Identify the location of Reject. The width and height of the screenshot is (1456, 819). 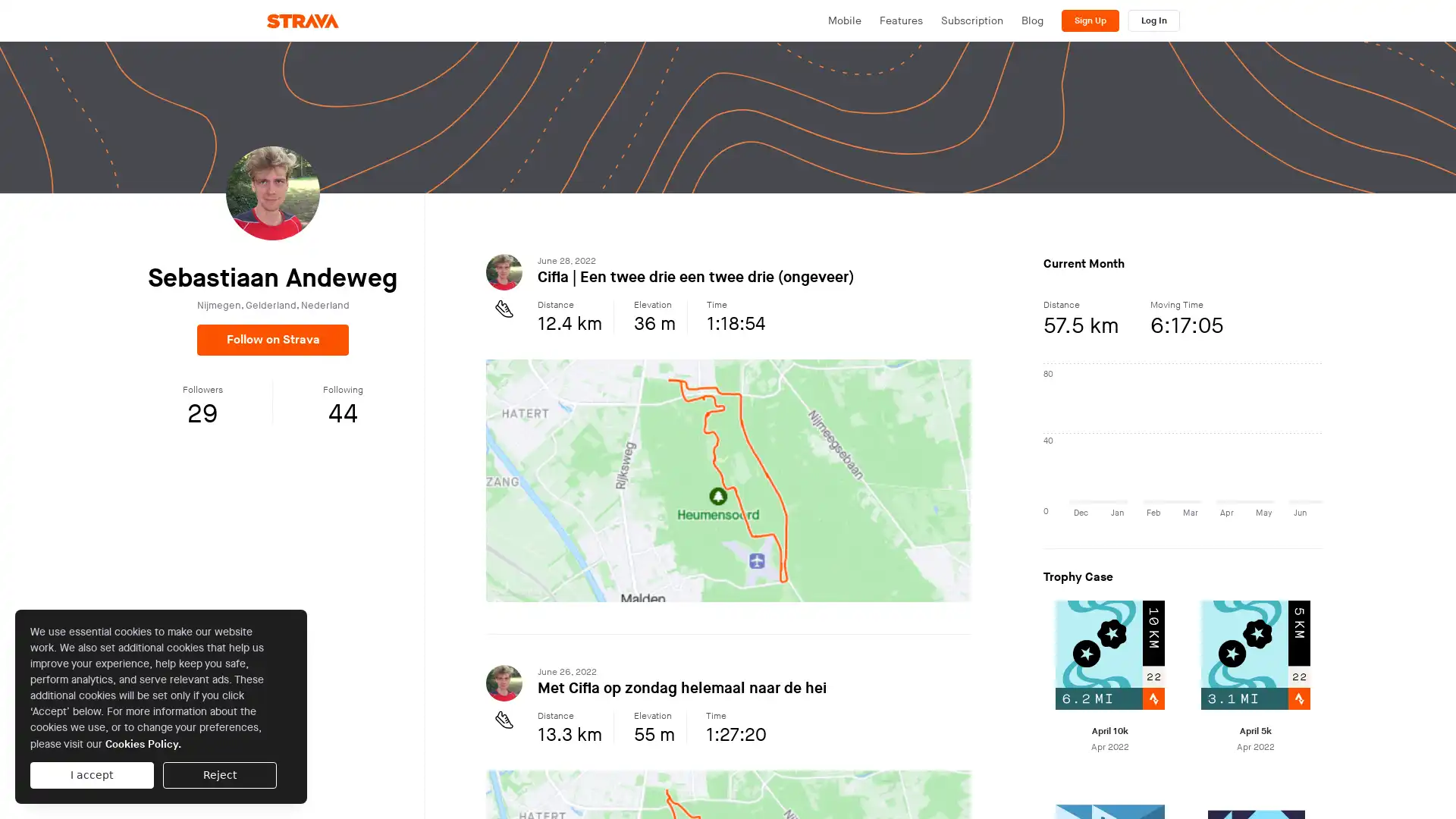
(218, 775).